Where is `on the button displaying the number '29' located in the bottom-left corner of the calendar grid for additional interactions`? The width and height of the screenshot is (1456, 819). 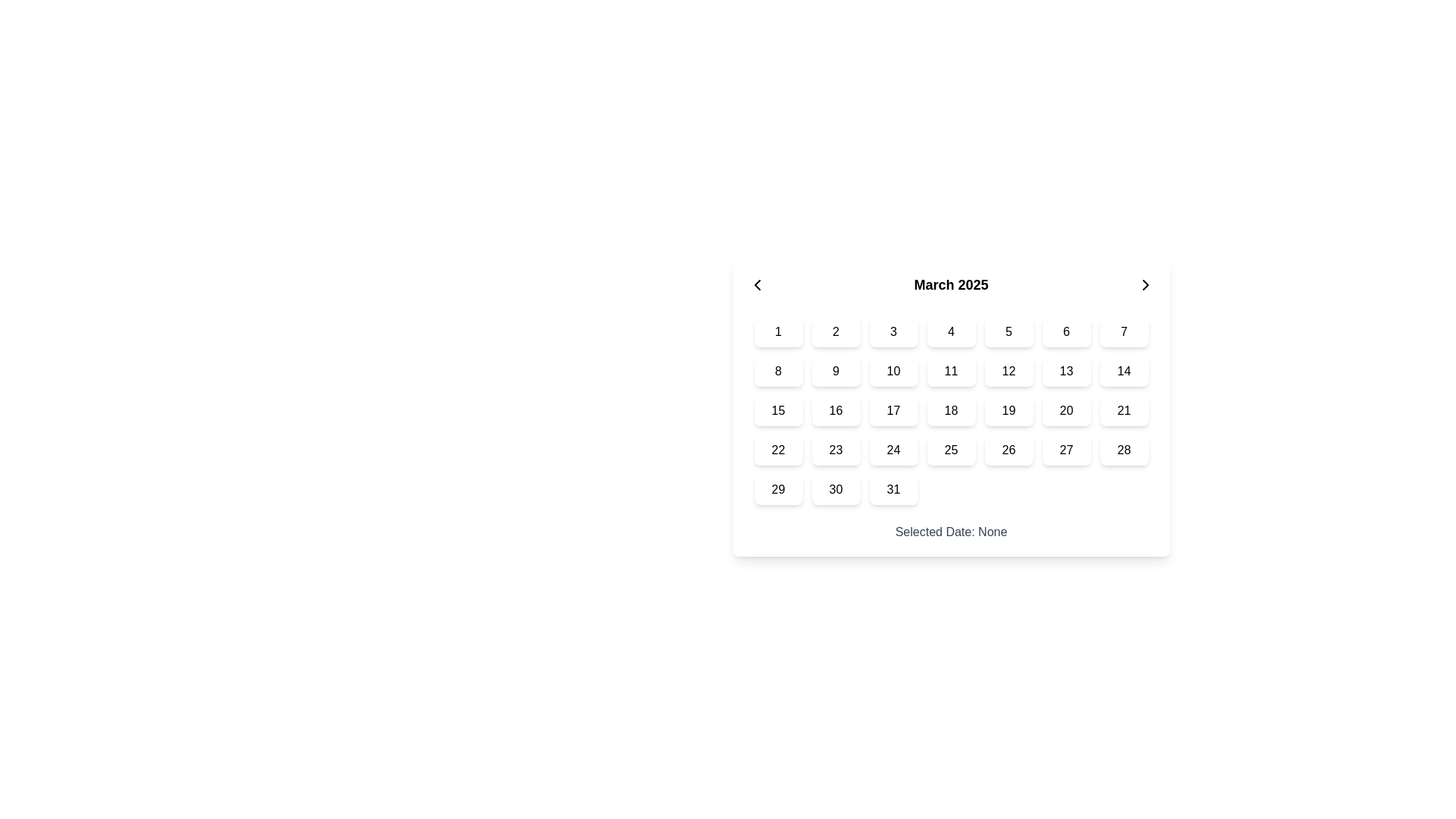 on the button displaying the number '29' located in the bottom-left corner of the calendar grid for additional interactions is located at coordinates (778, 489).